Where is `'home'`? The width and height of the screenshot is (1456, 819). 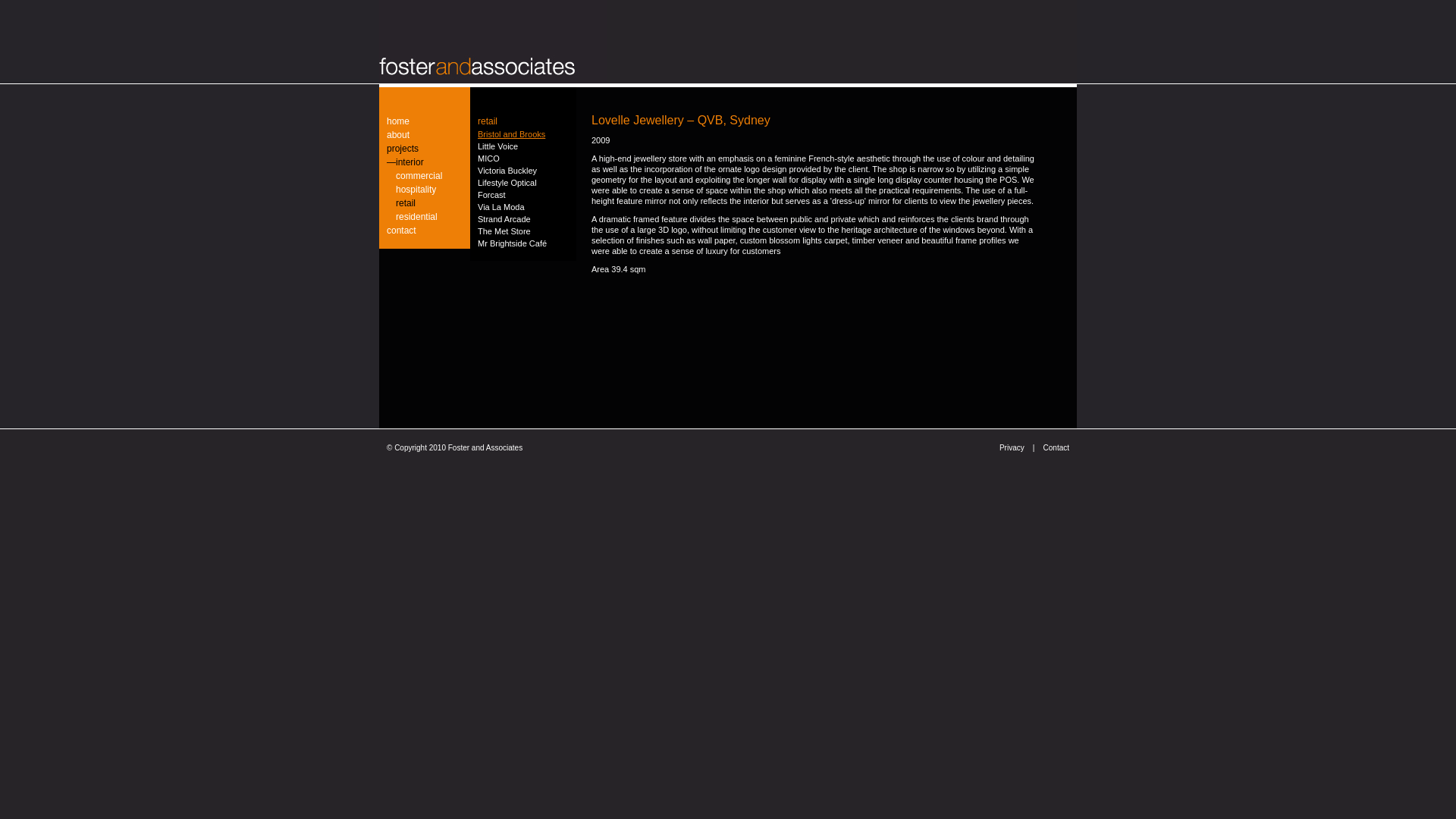
'home' is located at coordinates (425, 120).